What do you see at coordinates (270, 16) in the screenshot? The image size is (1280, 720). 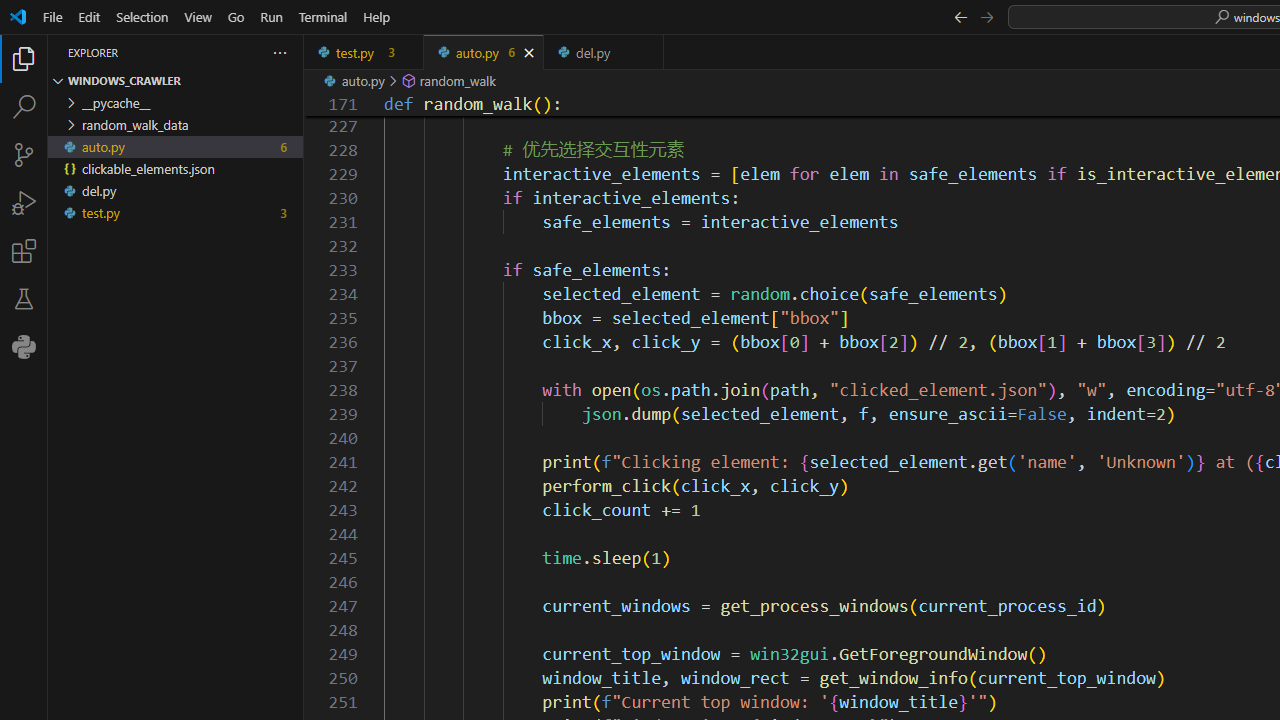 I see `'Run'` at bounding box center [270, 16].